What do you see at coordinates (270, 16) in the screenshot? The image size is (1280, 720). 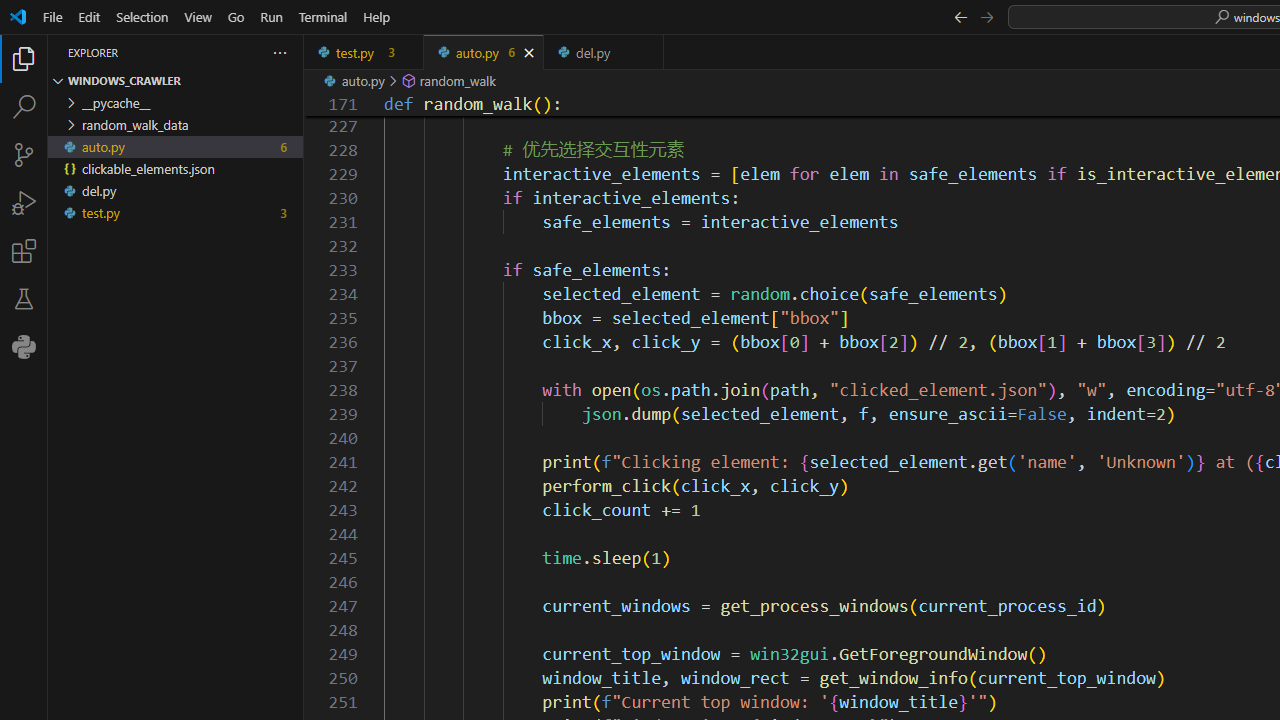 I see `'Run'` at bounding box center [270, 16].